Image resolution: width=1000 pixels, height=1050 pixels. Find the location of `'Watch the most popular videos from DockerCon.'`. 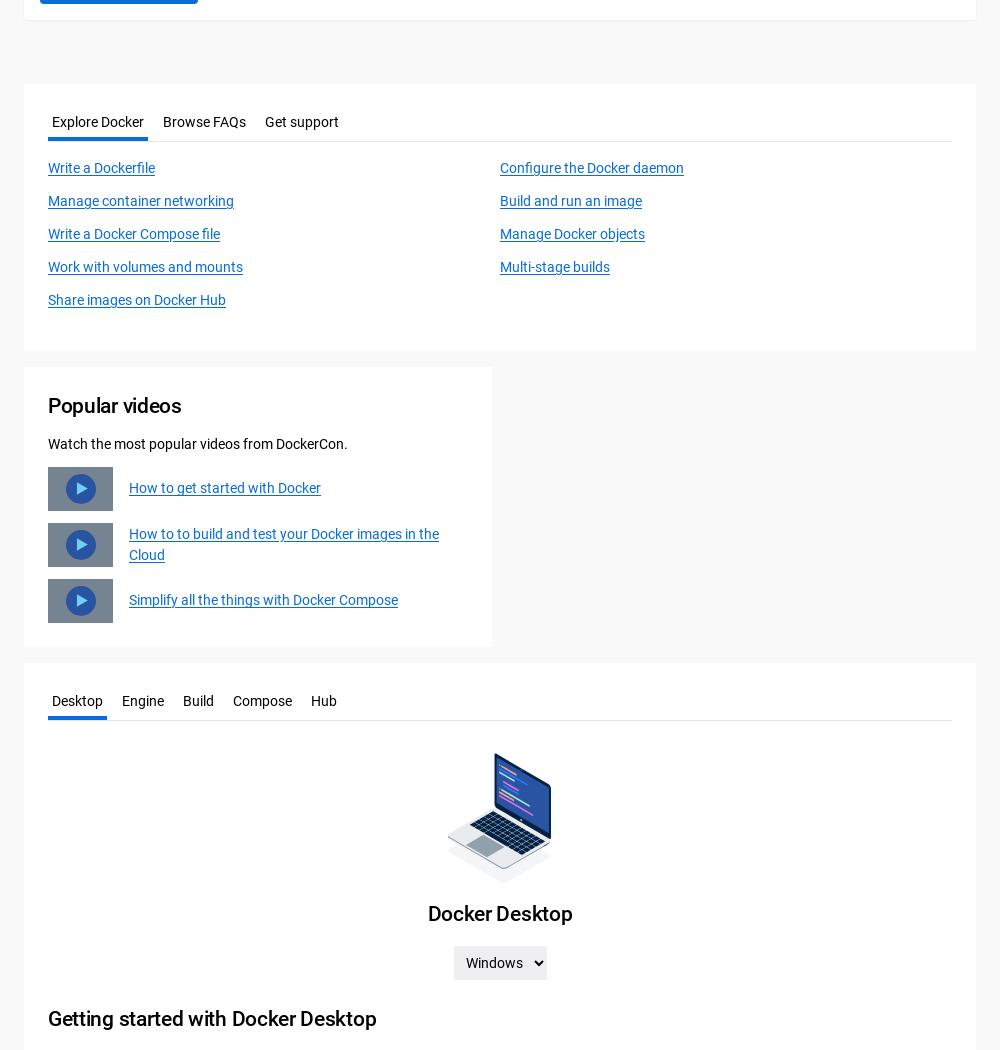

'Watch the most popular videos from DockerCon.' is located at coordinates (48, 441).